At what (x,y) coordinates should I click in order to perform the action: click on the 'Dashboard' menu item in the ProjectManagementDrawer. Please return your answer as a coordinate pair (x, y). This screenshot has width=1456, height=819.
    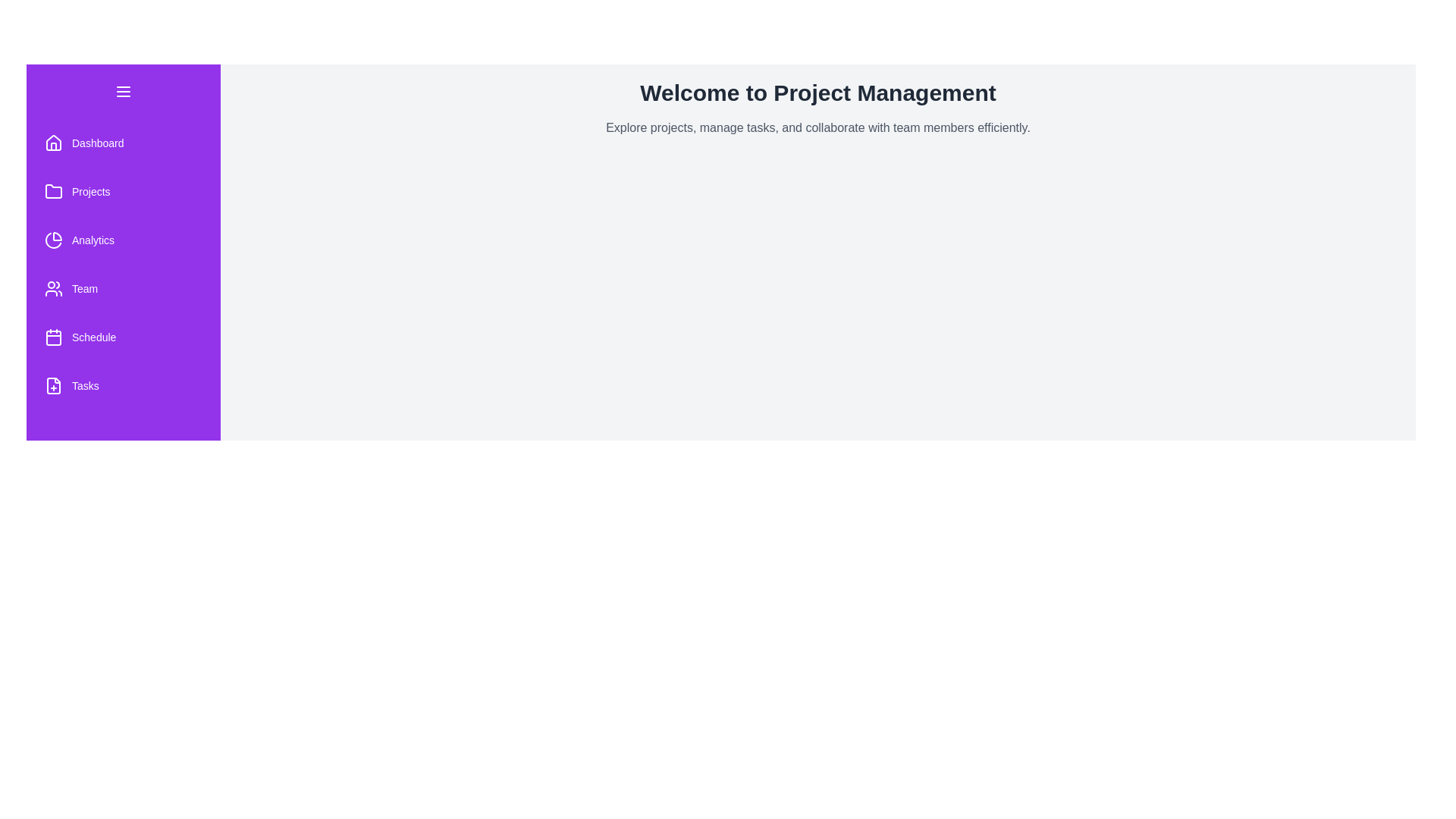
    Looking at the image, I should click on (124, 143).